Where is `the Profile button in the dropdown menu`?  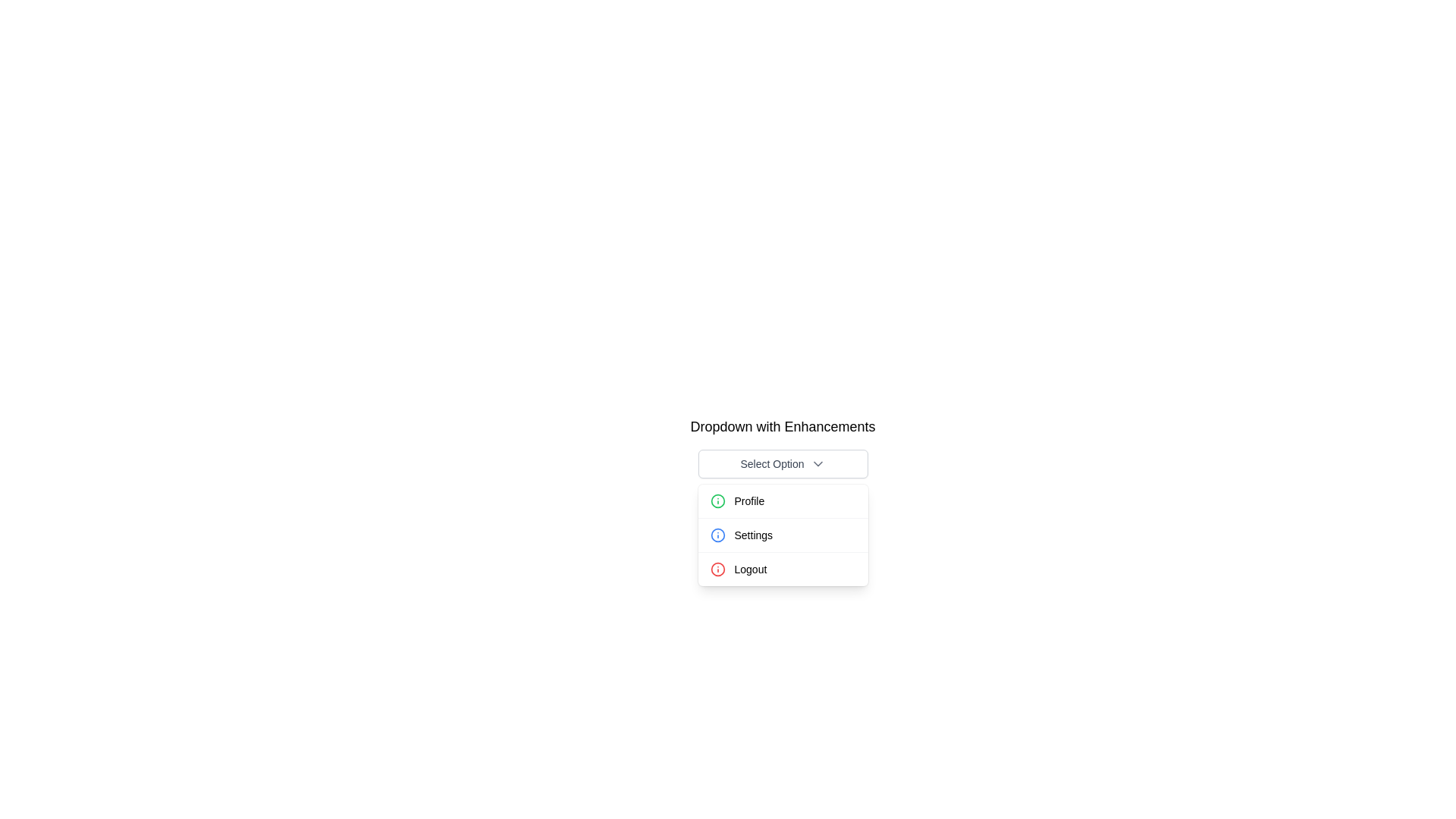 the Profile button in the dropdown menu is located at coordinates (783, 500).